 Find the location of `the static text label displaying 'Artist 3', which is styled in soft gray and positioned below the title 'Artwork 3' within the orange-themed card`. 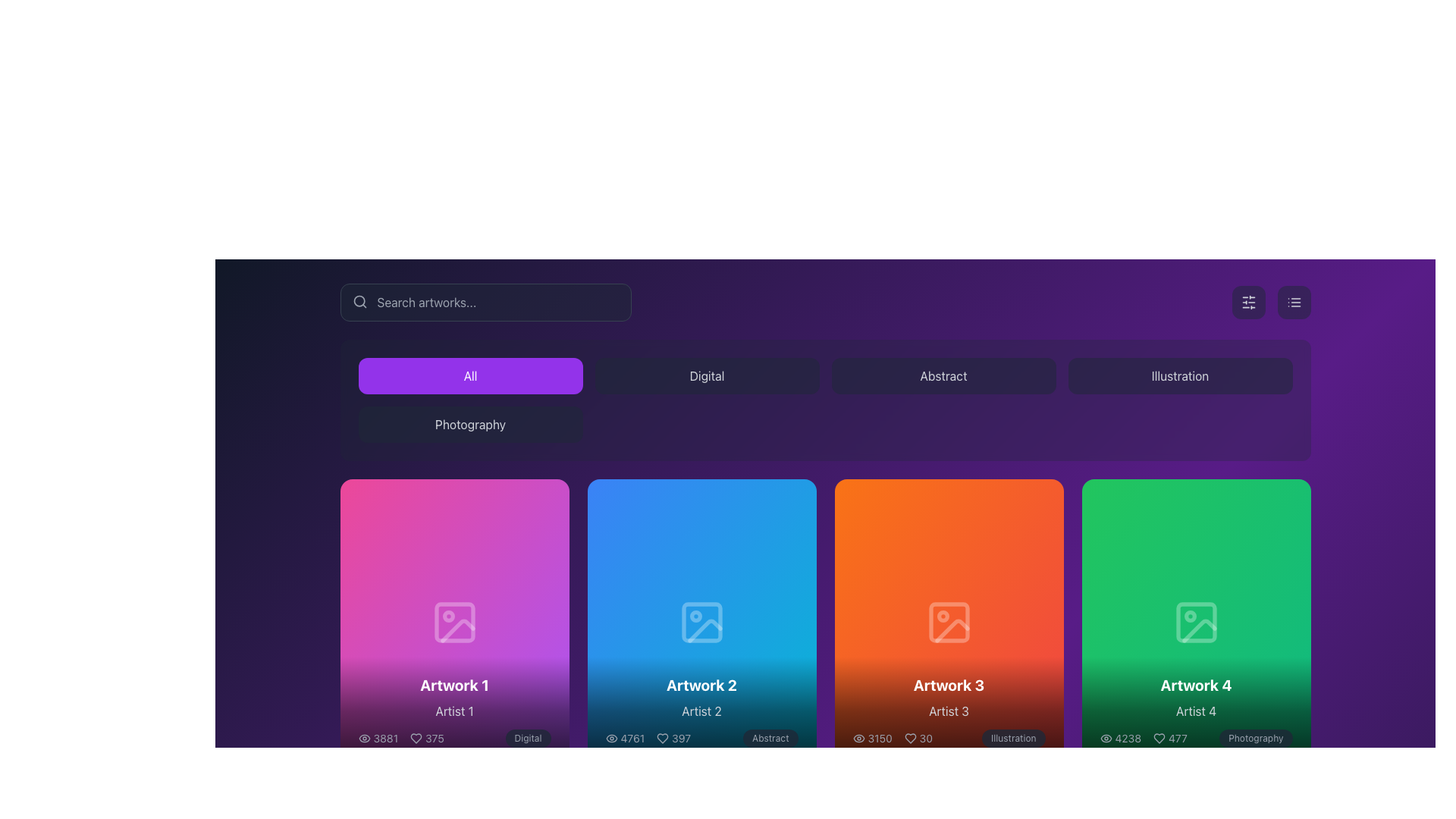

the static text label displaying 'Artist 3', which is styled in soft gray and positioned below the title 'Artwork 3' within the orange-themed card is located at coordinates (948, 711).